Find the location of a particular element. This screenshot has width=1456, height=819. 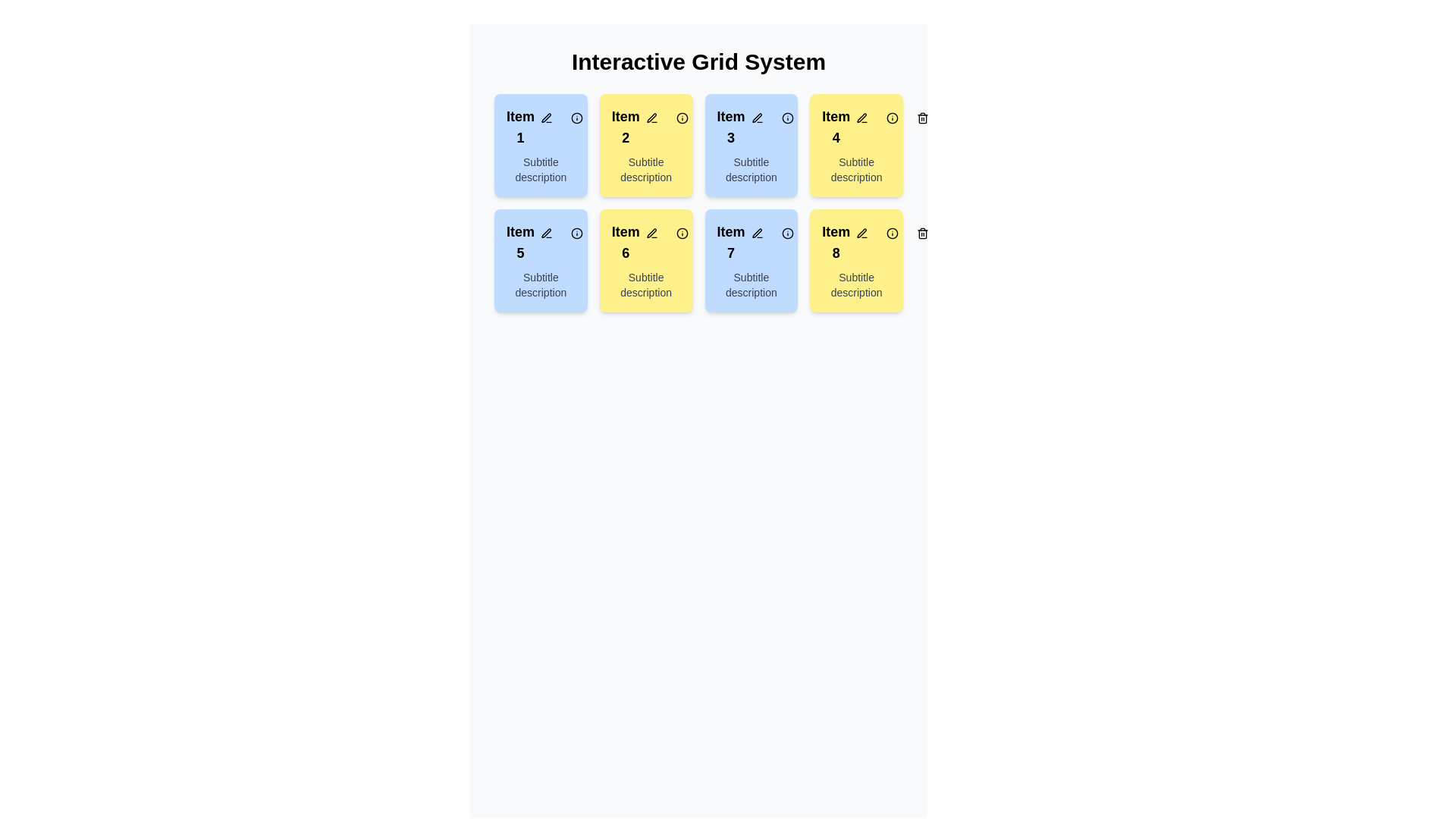

the edit button for 'Item 1', which is the first action button located in the top-left card of the grid is located at coordinates (546, 117).